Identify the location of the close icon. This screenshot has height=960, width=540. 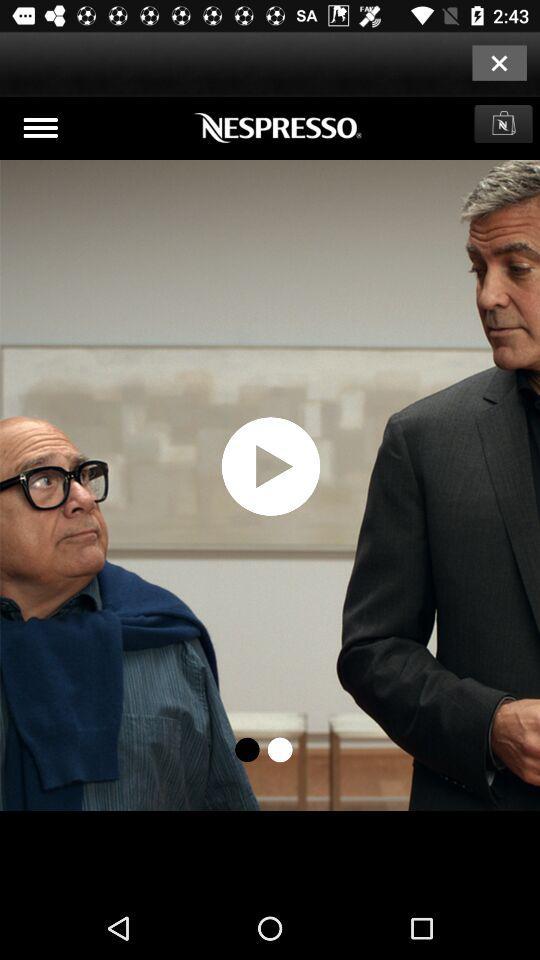
(498, 62).